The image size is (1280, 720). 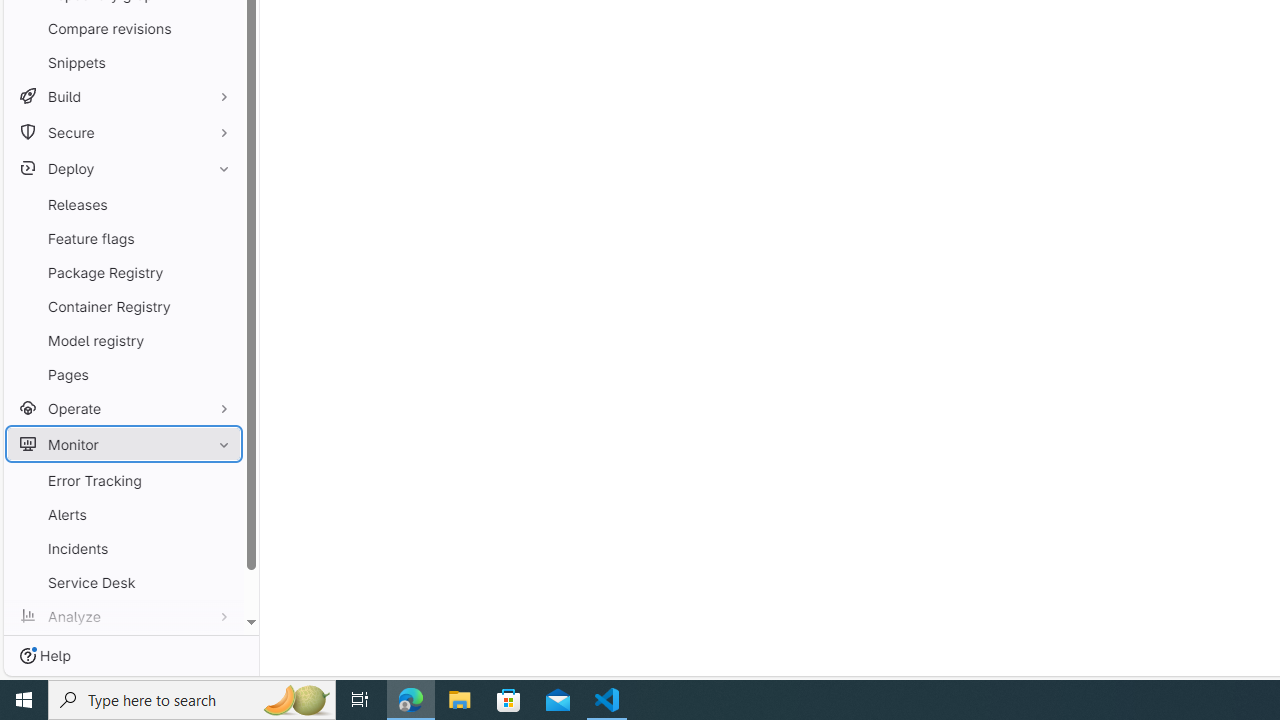 I want to click on 'Operate', so click(x=123, y=407).